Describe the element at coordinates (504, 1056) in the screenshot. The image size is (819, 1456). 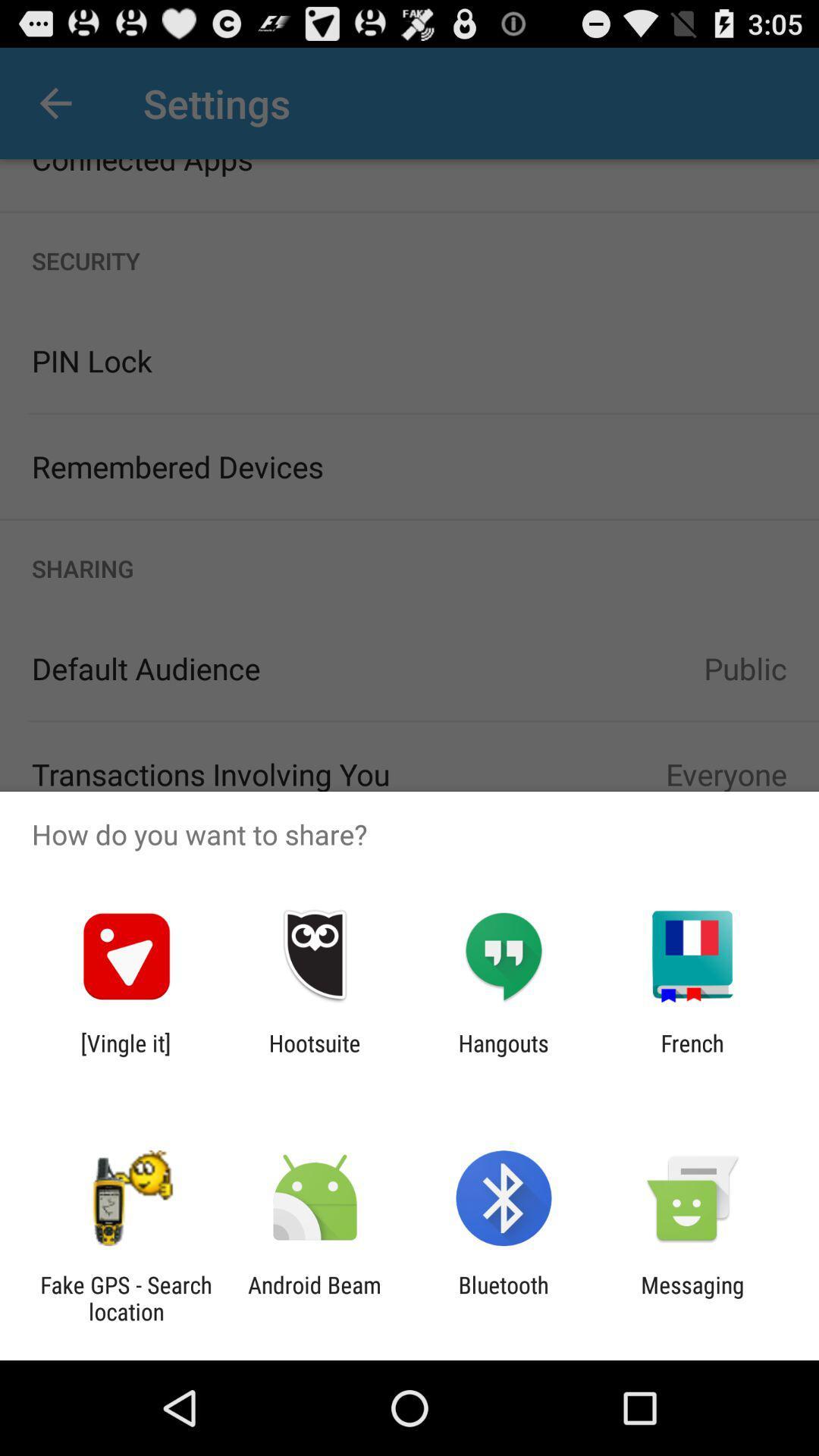
I see `icon next to the french item` at that location.